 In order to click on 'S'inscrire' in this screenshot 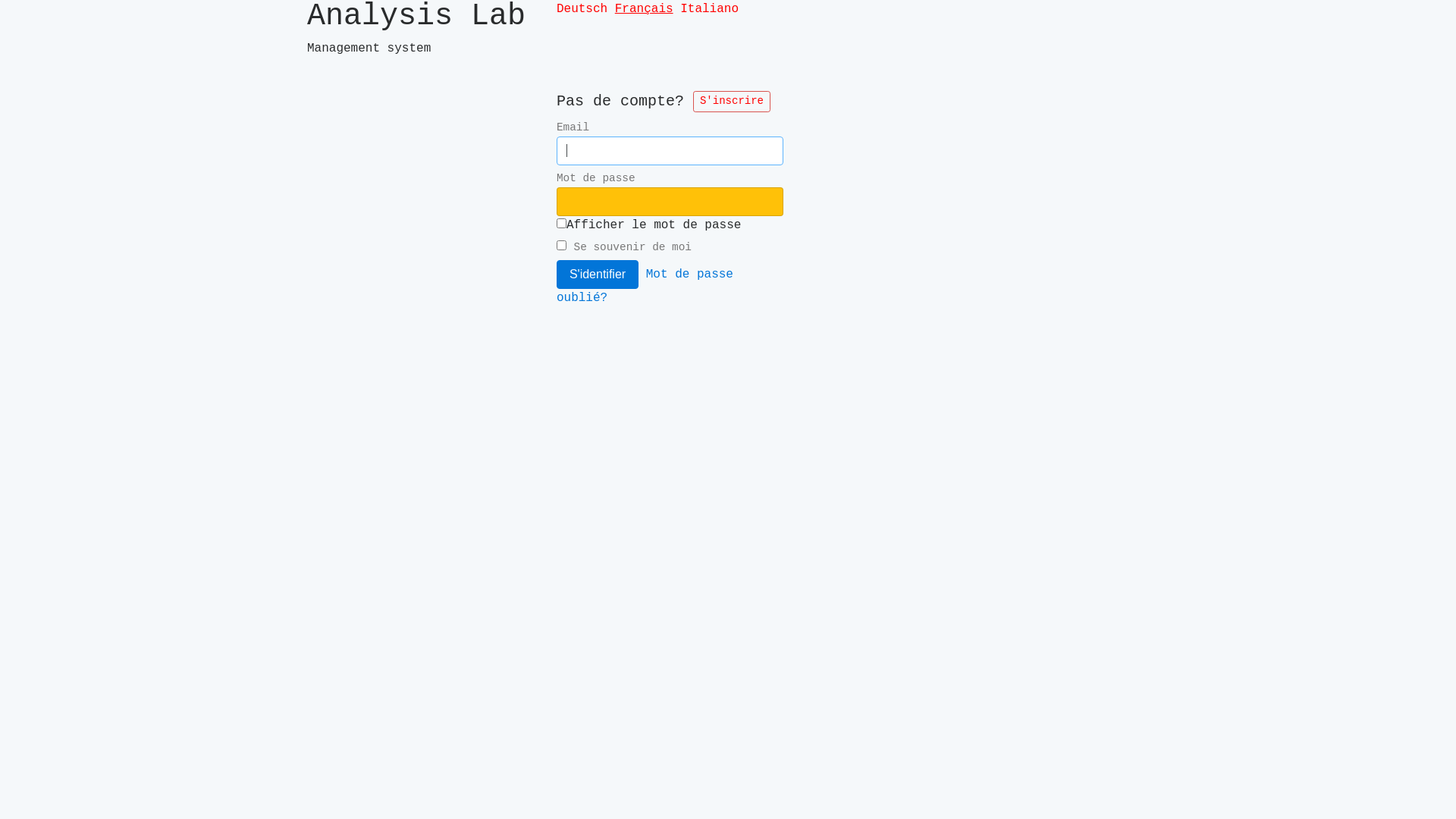, I will do `click(731, 102)`.